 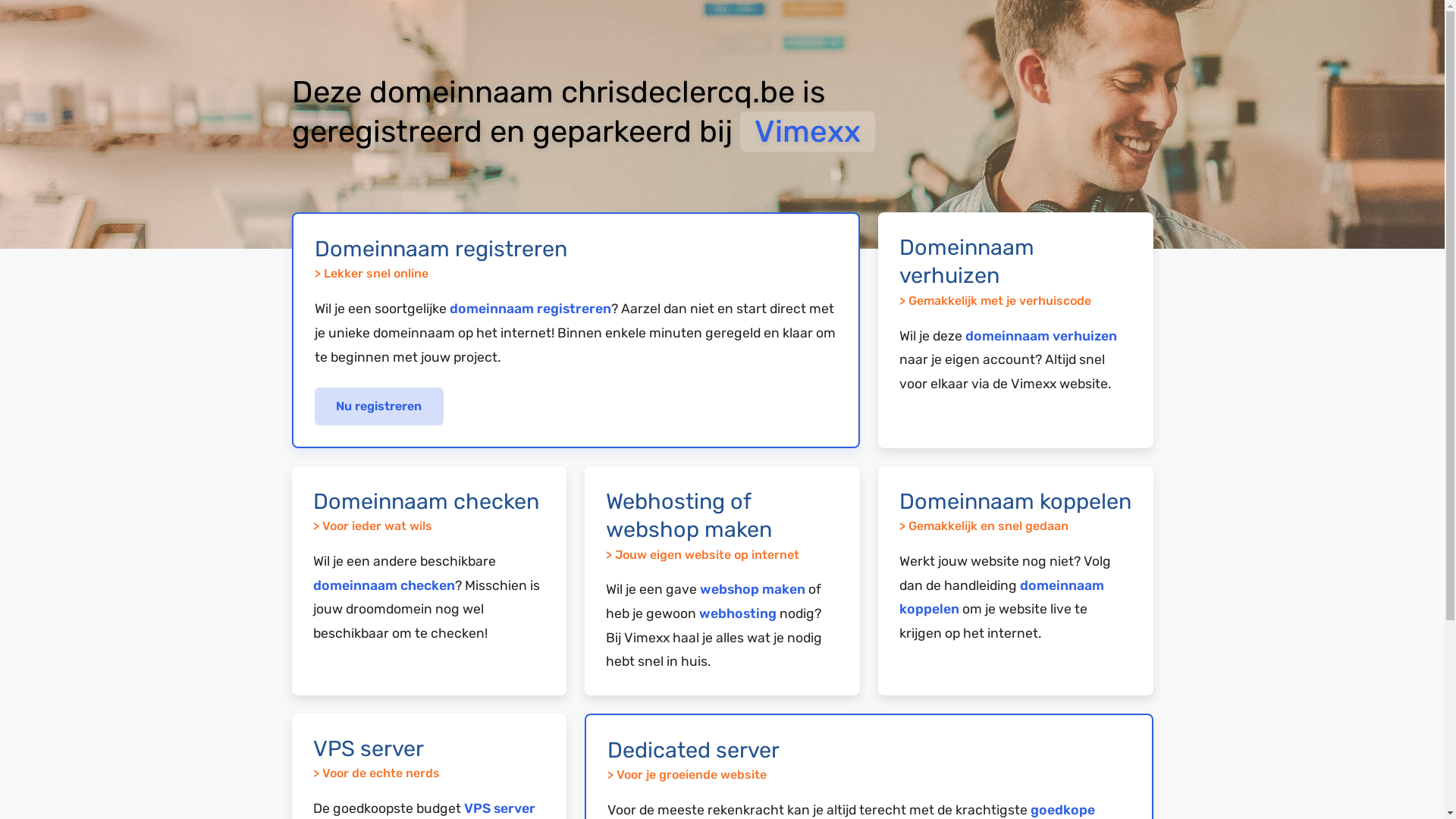 I want to click on 'domeinnaam checken', so click(x=383, y=584).